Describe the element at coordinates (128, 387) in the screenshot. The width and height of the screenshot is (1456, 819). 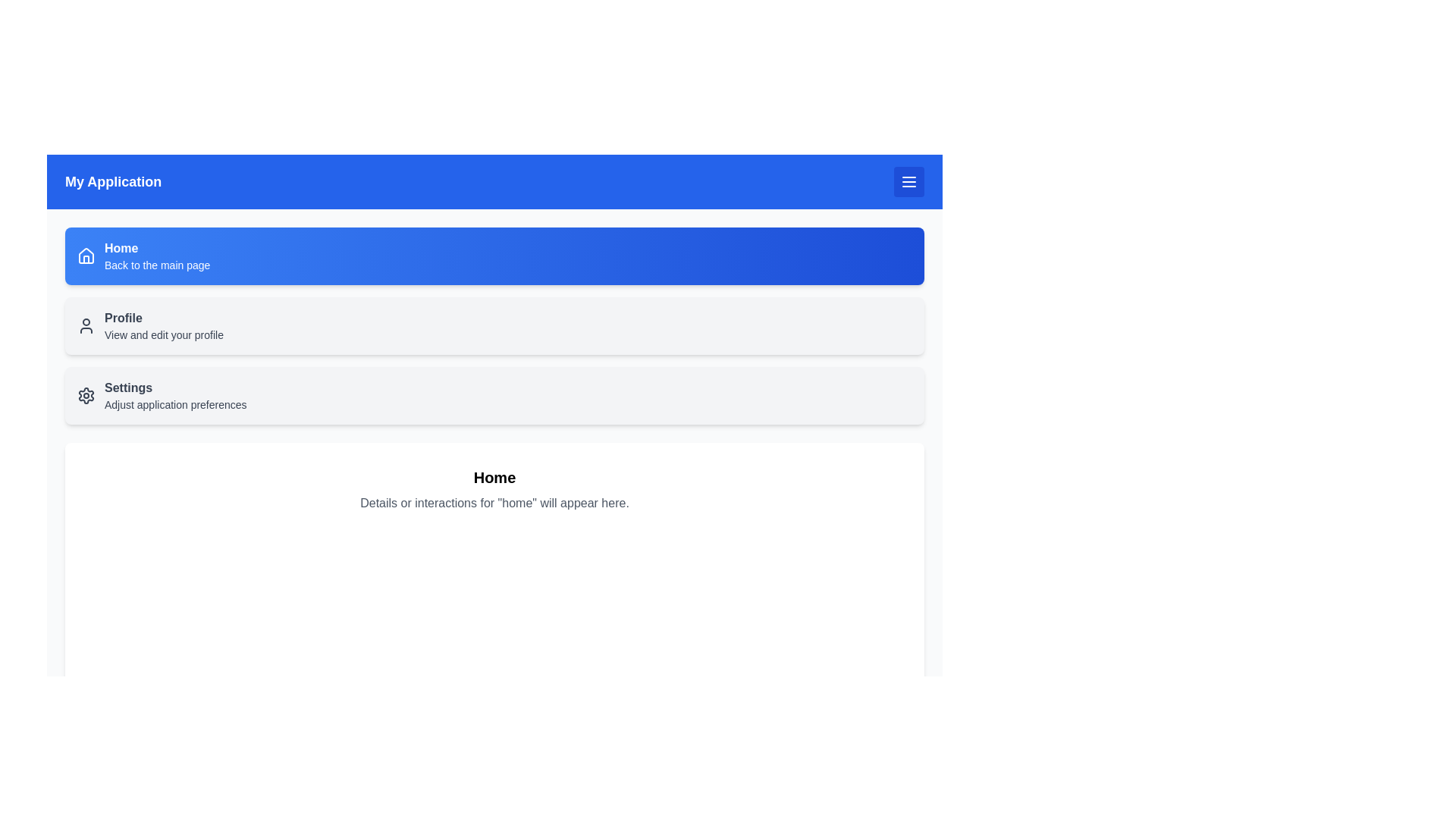
I see `the 'Settings' Text Label, which serves as a header for the Settings menu, to indirectly select the menu option` at that location.